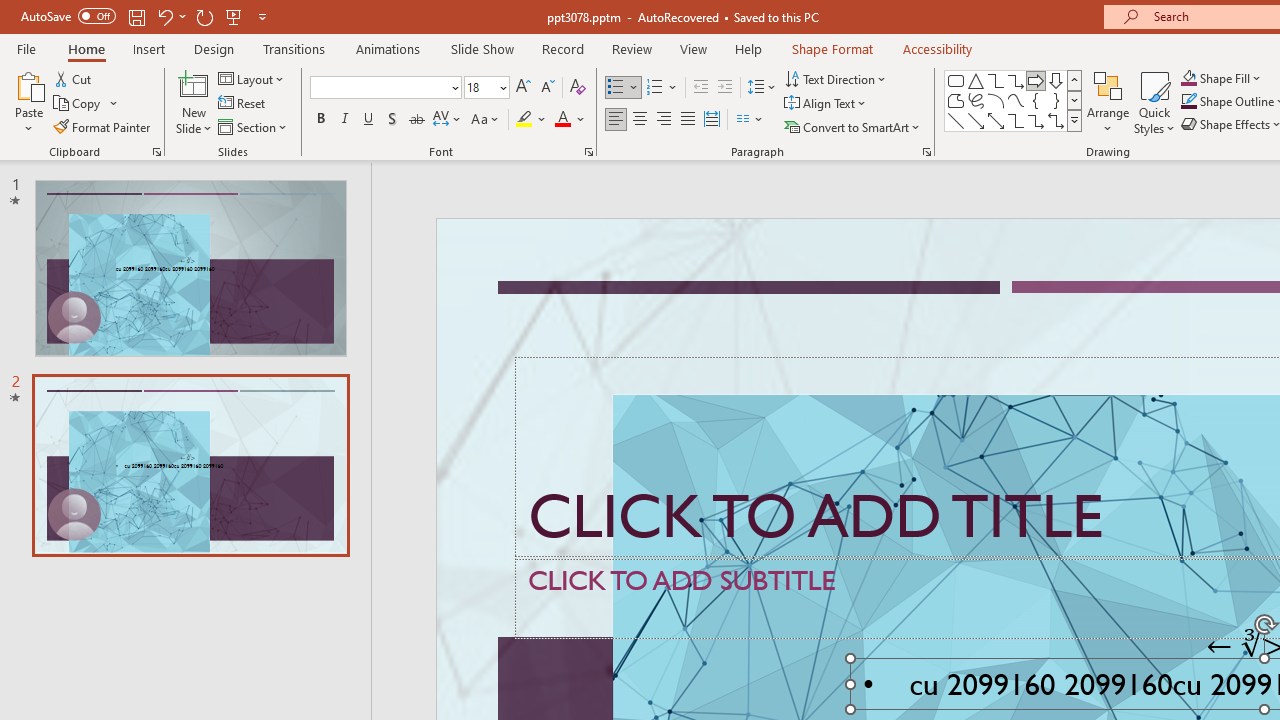  Describe the element at coordinates (1055, 120) in the screenshot. I see `'Connector: Elbow Double-Arrow'` at that location.